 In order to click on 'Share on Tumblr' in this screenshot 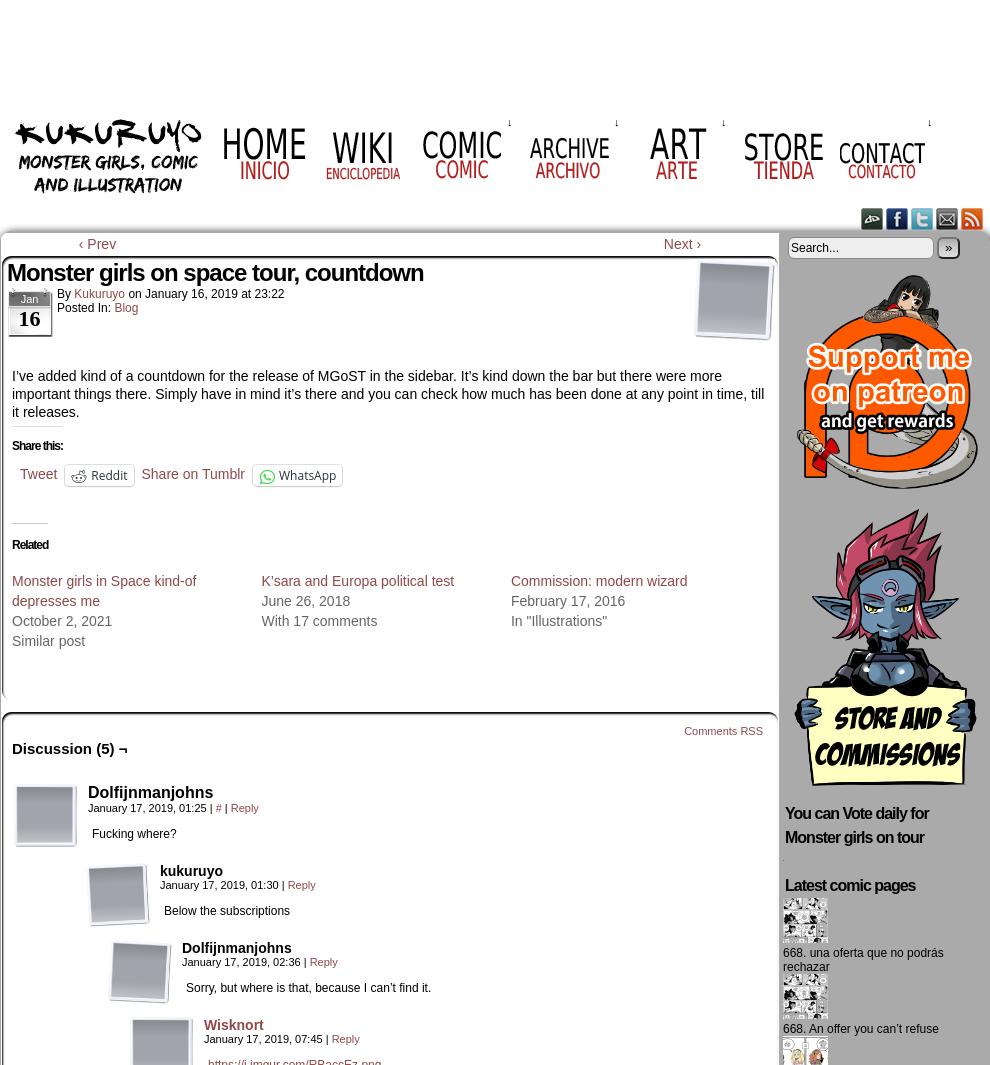, I will do `click(192, 473)`.